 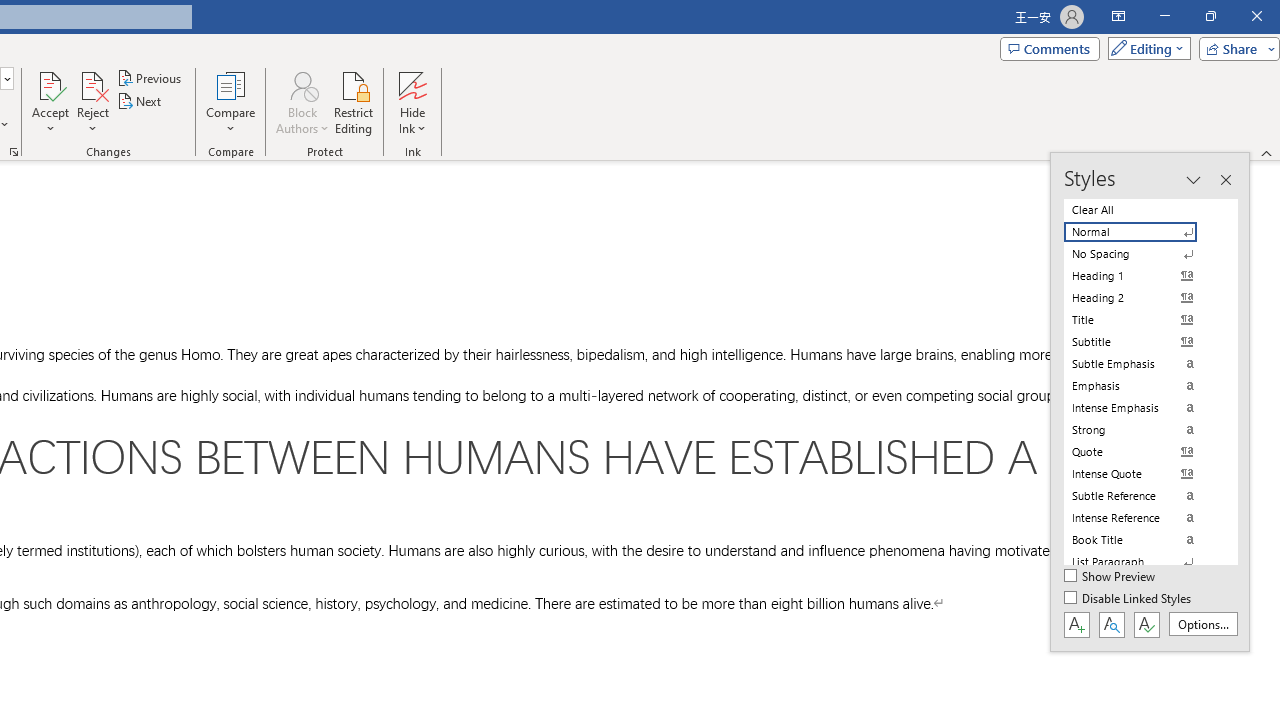 What do you see at coordinates (1142, 517) in the screenshot?
I see `'Intense Reference'` at bounding box center [1142, 517].